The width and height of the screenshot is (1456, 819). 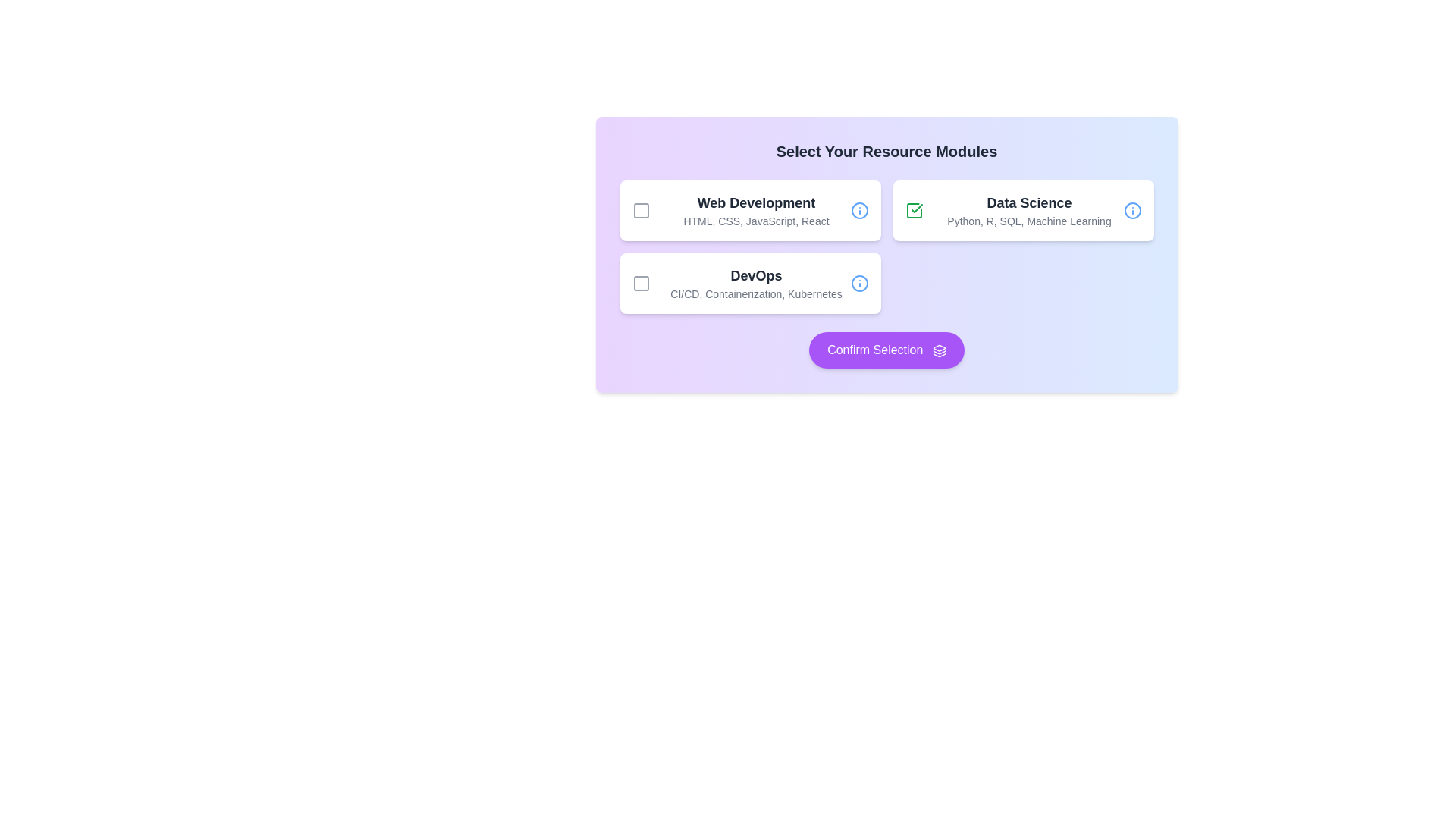 What do you see at coordinates (938, 348) in the screenshot?
I see `the topmost layered icon, which is part of a group of three similar icons, located near the right edge of the 'Confirm Selection' button` at bounding box center [938, 348].